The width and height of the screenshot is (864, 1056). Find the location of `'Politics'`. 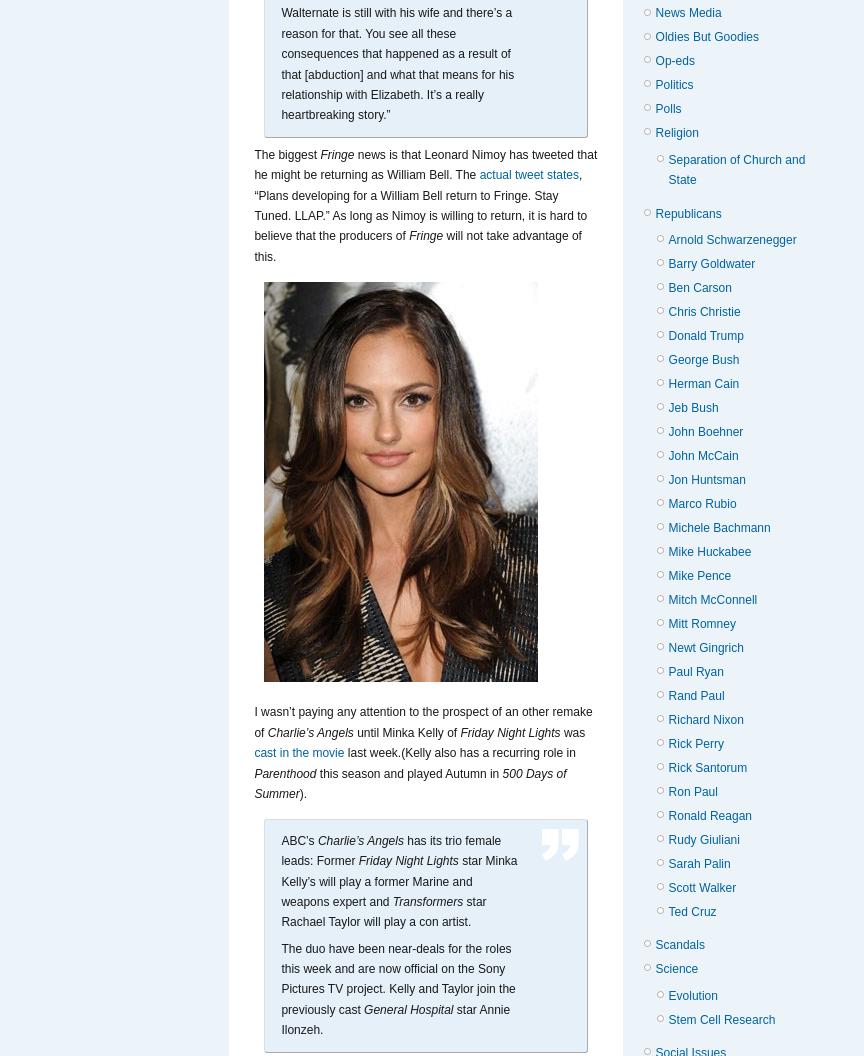

'Politics' is located at coordinates (674, 84).